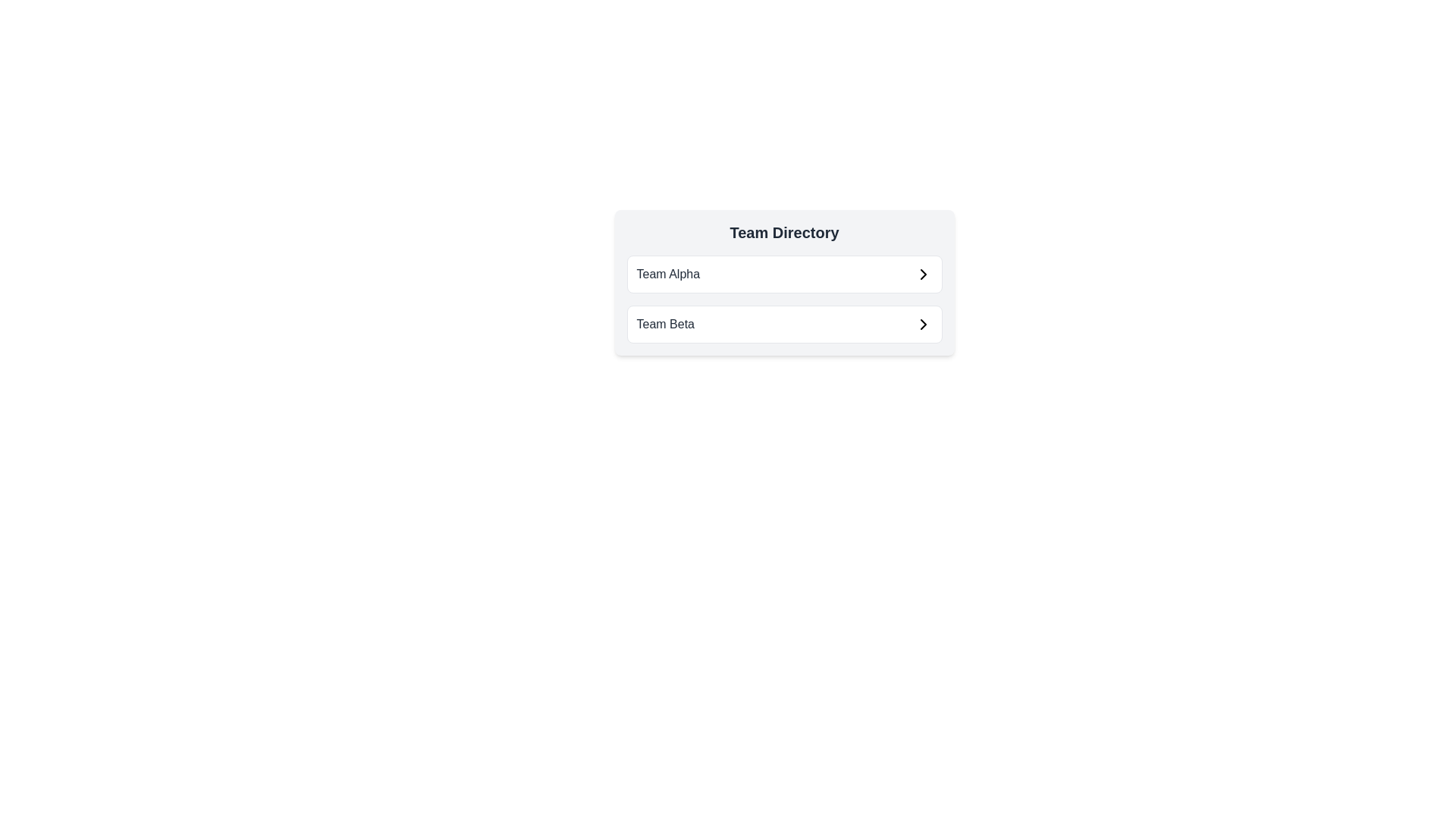  What do you see at coordinates (784, 324) in the screenshot?
I see `the selectable option for 'Team Beta' located in the 'Team Directory' section, which is the second item in a vertical list beneath 'Team Alpha'` at bounding box center [784, 324].